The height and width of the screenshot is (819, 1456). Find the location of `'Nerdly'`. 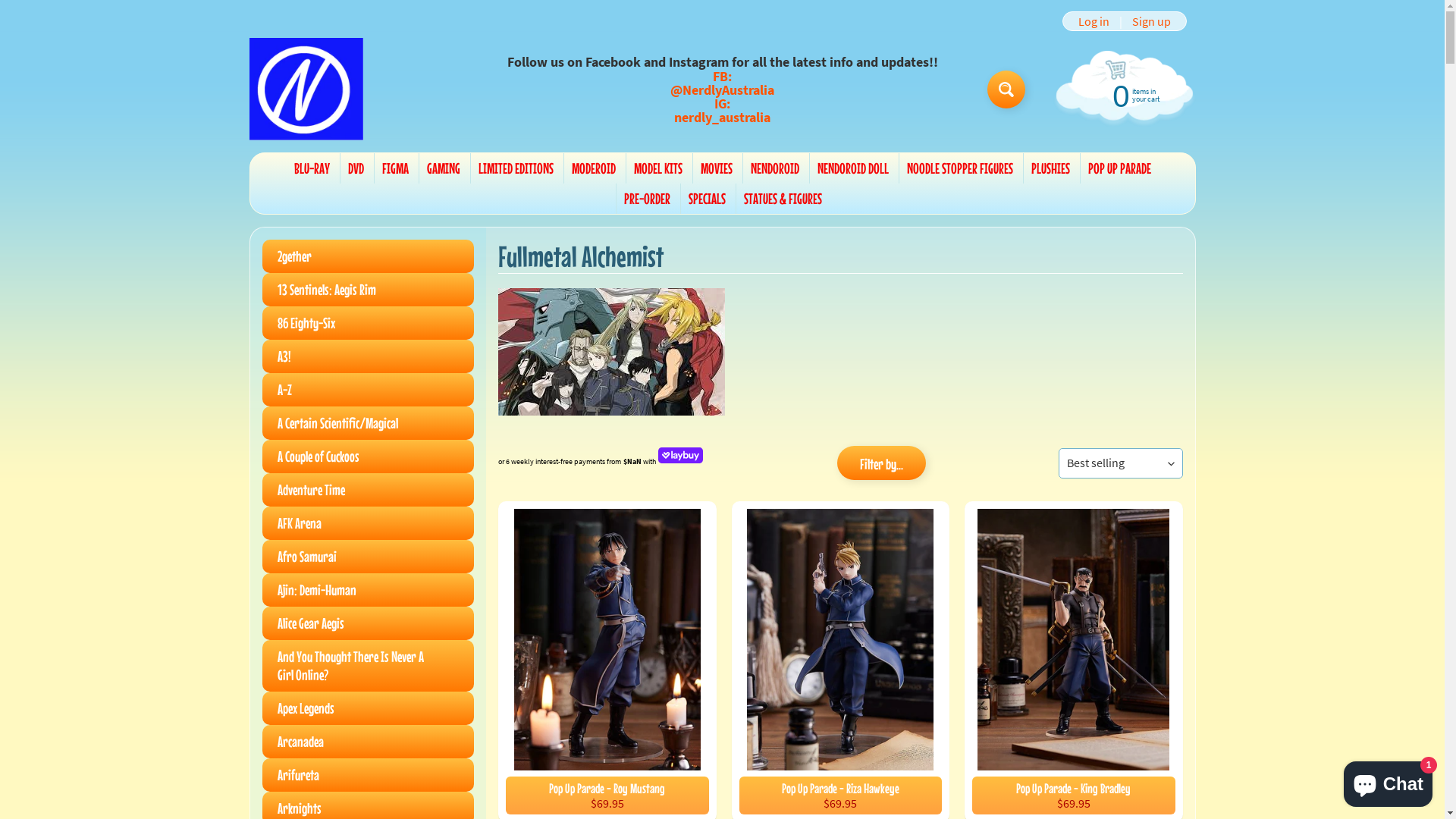

'Nerdly' is located at coordinates (305, 89).